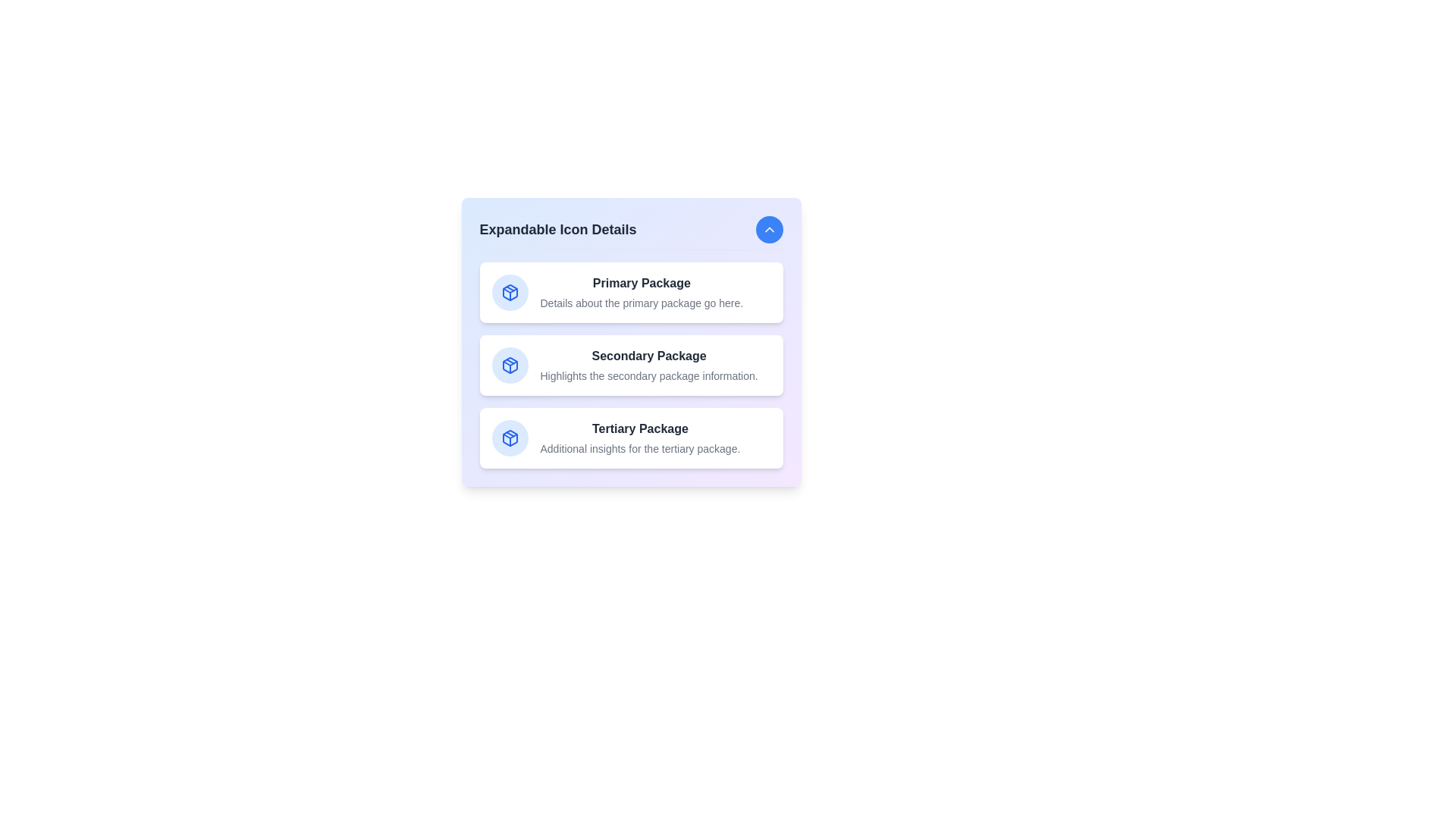 The width and height of the screenshot is (1456, 819). Describe the element at coordinates (510, 292) in the screenshot. I see `the visual details of the 'Primary Package' icon located in the top-left corner of the 'Primary Package' section, centered within a circle` at that location.